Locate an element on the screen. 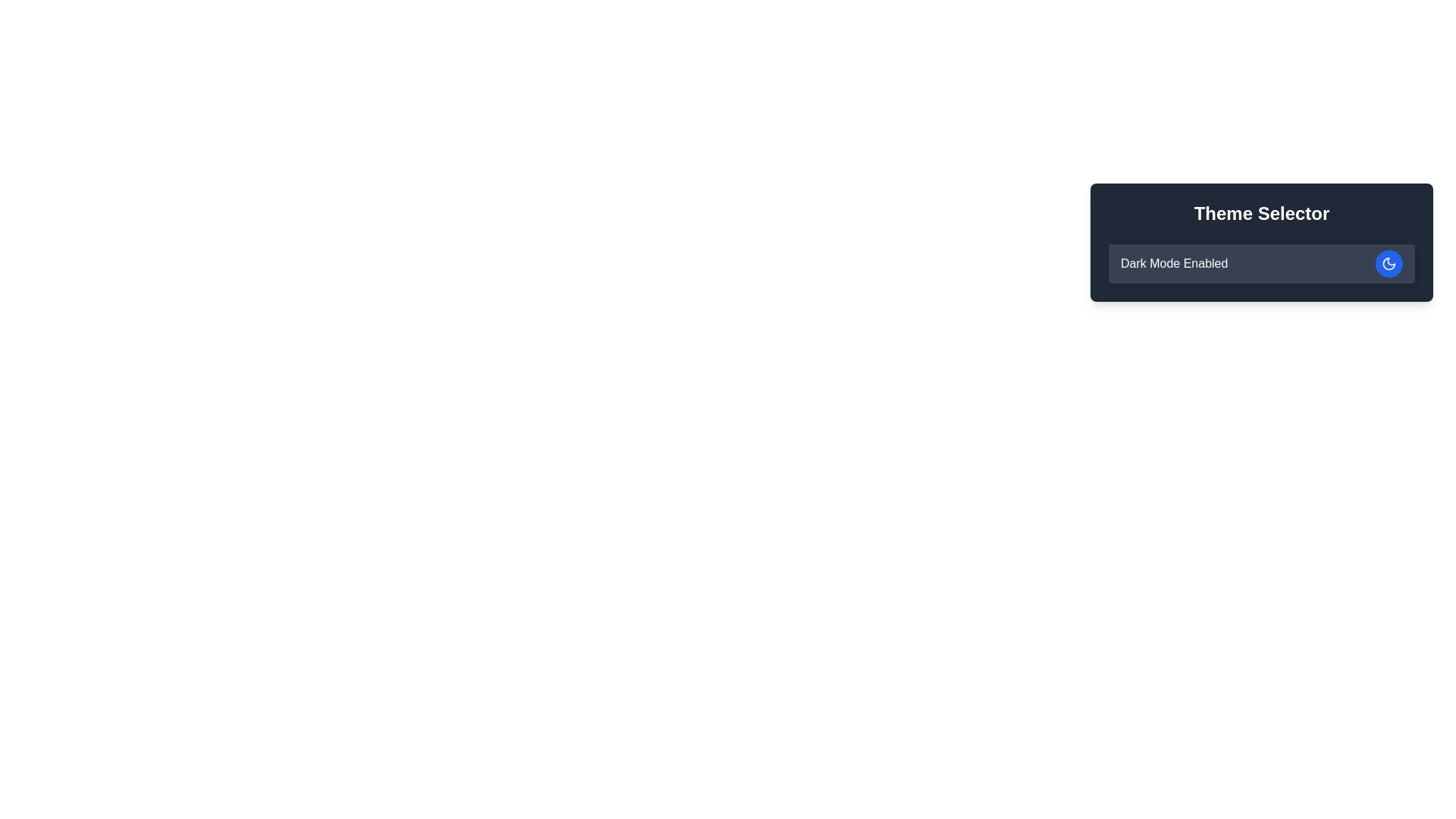 The height and width of the screenshot is (819, 1456). the circular blue button with a white moon icon is located at coordinates (1389, 262).